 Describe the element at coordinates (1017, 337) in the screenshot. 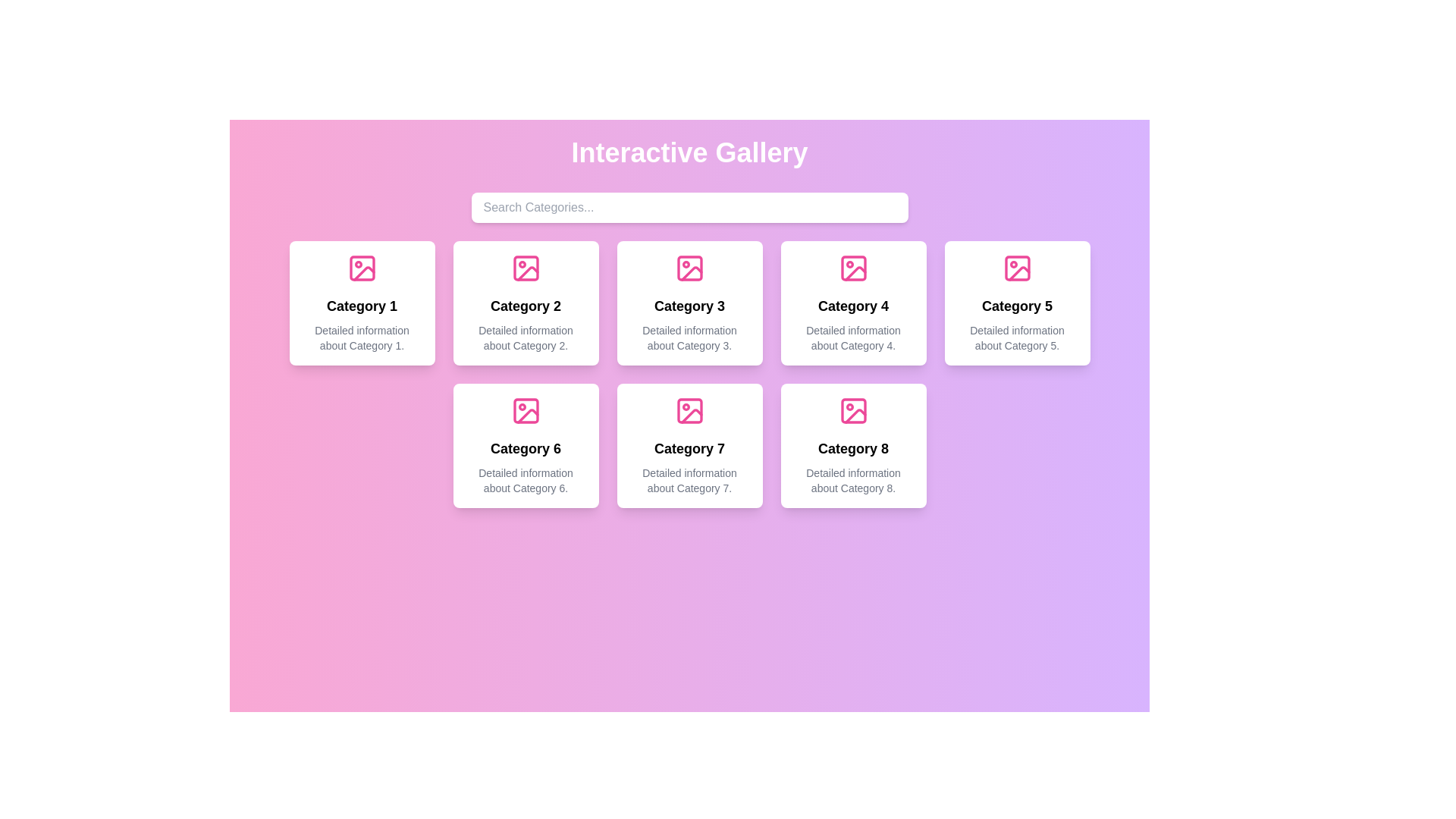

I see `descriptive text label located at the bottom of the 'Category 5' card, centered horizontally below the title text` at that location.